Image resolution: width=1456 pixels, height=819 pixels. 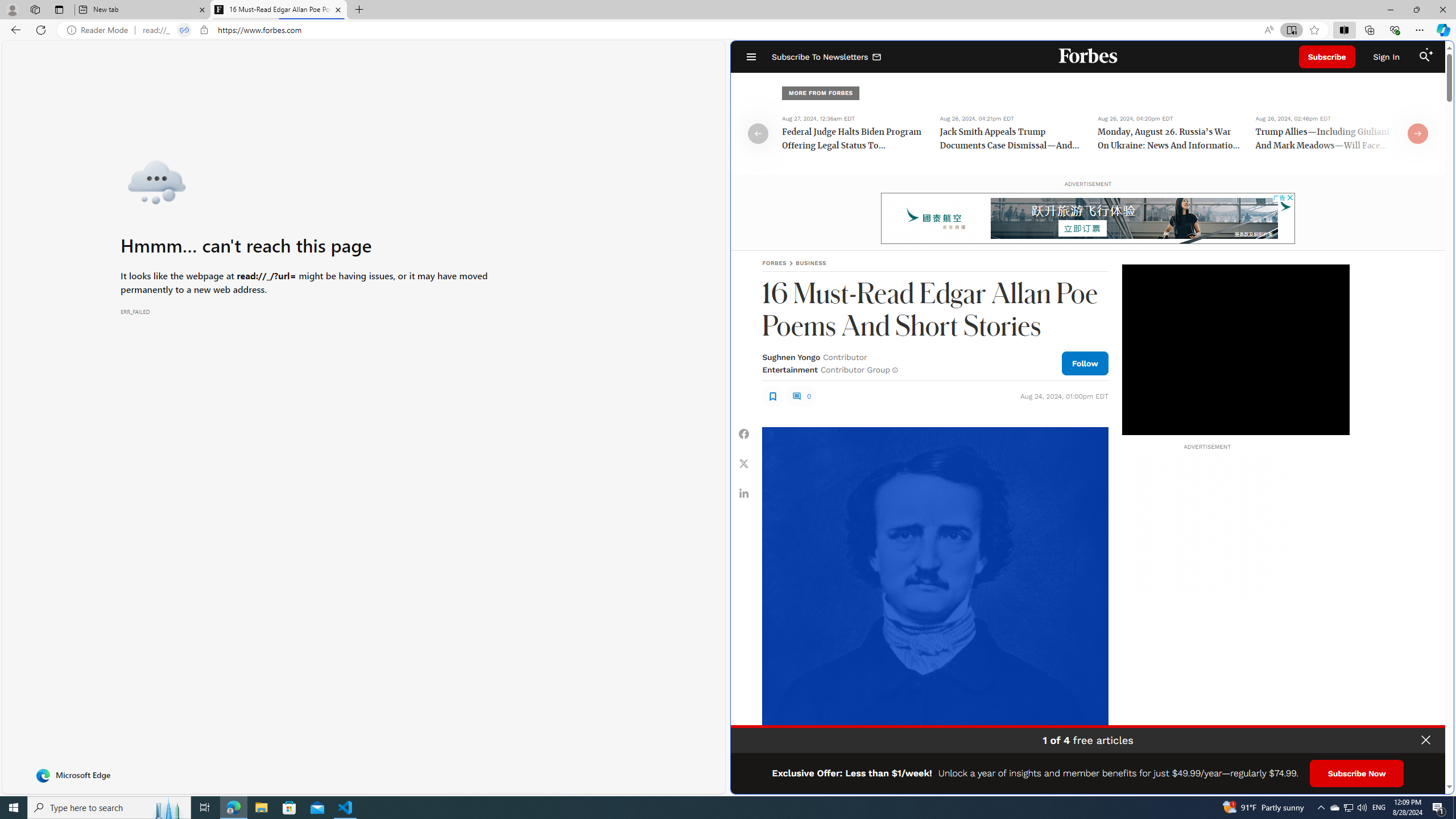 What do you see at coordinates (1424, 56) in the screenshot?
I see `'Class: search_svg__fs-icon search_svg__fs-icon--search'` at bounding box center [1424, 56].